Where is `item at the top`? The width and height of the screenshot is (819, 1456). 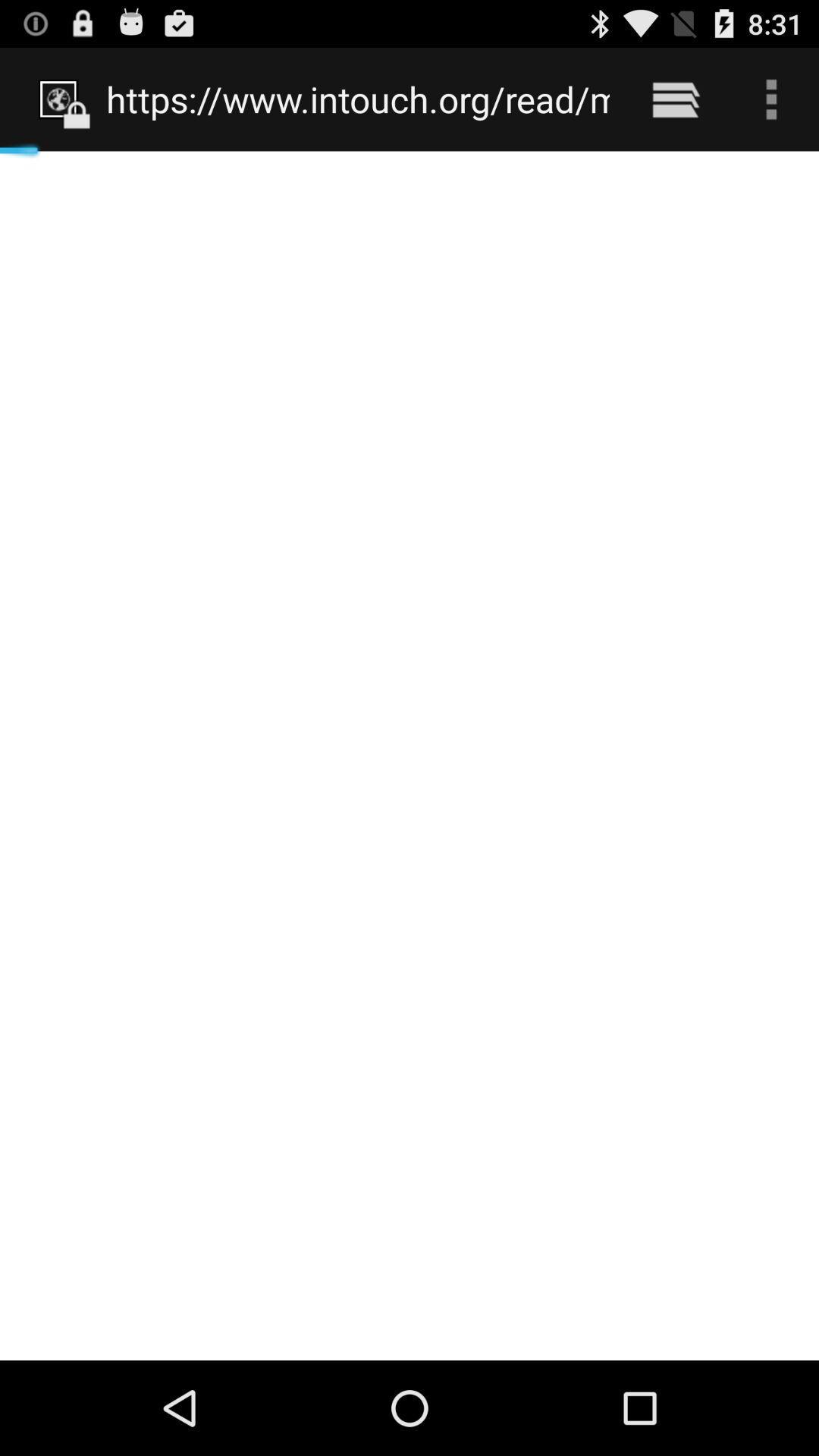
item at the top is located at coordinates (358, 99).